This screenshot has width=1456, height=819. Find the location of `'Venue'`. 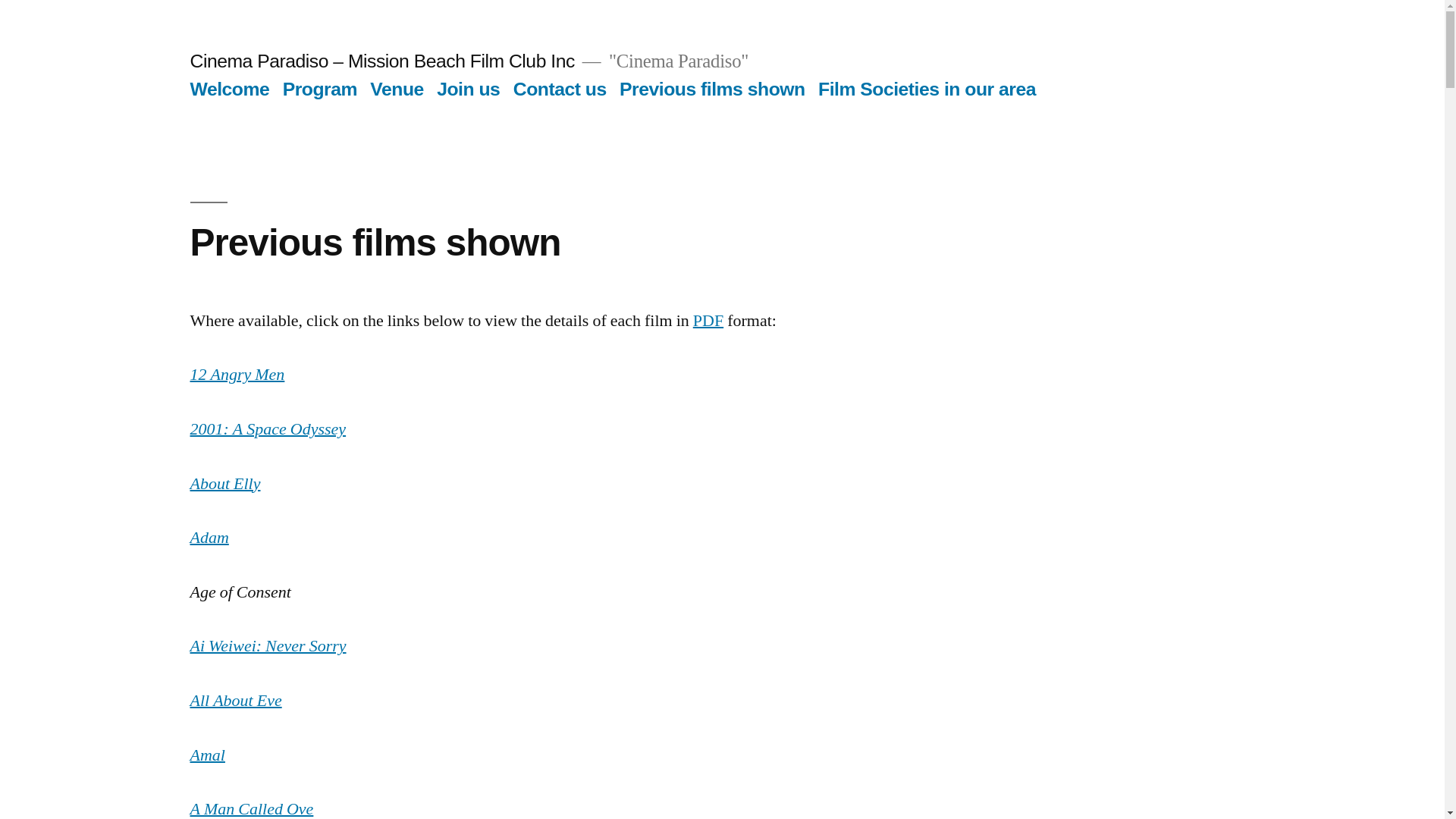

'Venue' is located at coordinates (397, 89).